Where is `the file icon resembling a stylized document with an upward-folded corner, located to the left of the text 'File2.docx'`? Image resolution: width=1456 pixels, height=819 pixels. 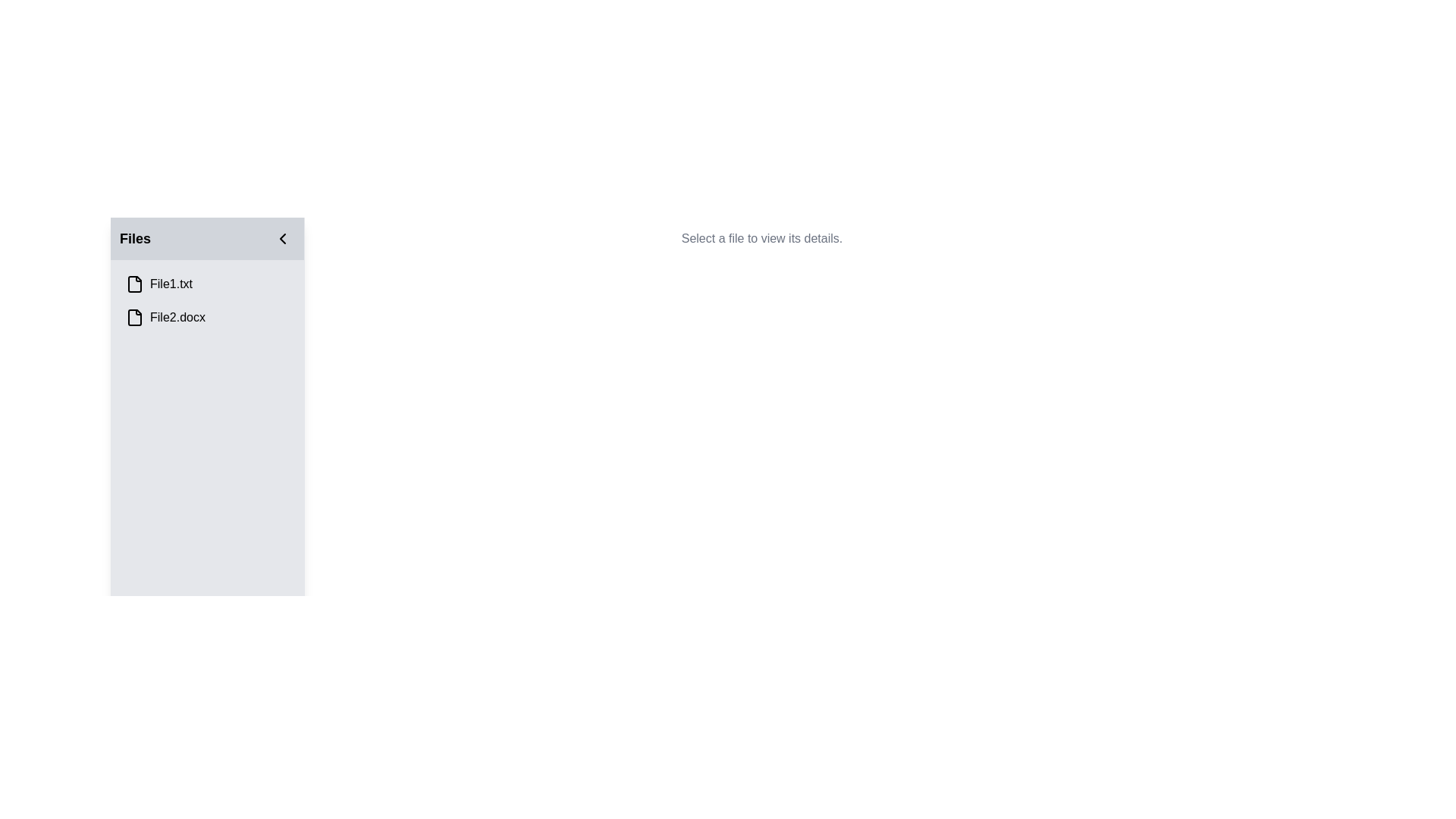
the file icon resembling a stylized document with an upward-folded corner, located to the left of the text 'File2.docx' is located at coordinates (134, 317).